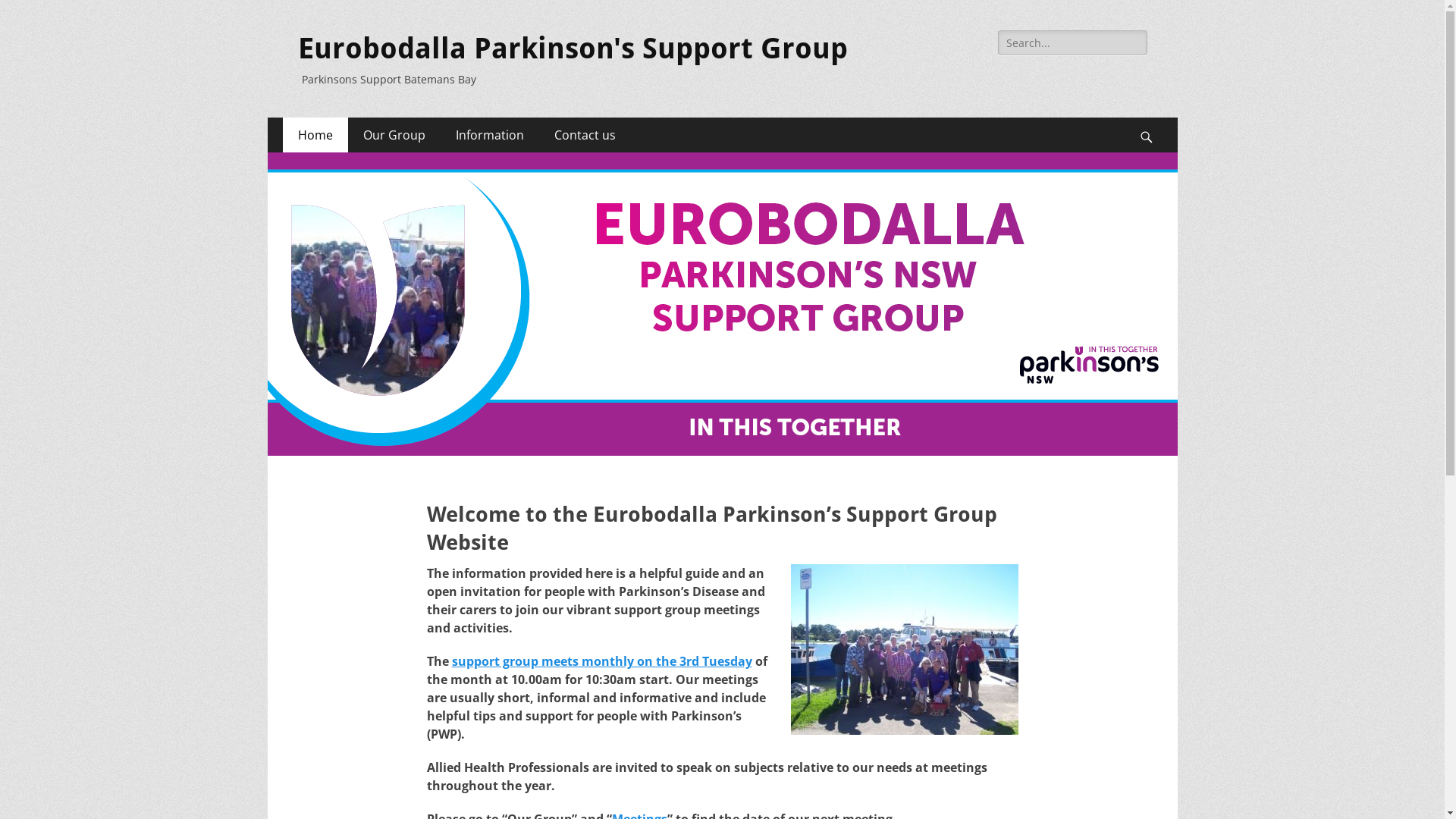 The image size is (1456, 819). What do you see at coordinates (1072, 42) in the screenshot?
I see `'Search for:'` at bounding box center [1072, 42].